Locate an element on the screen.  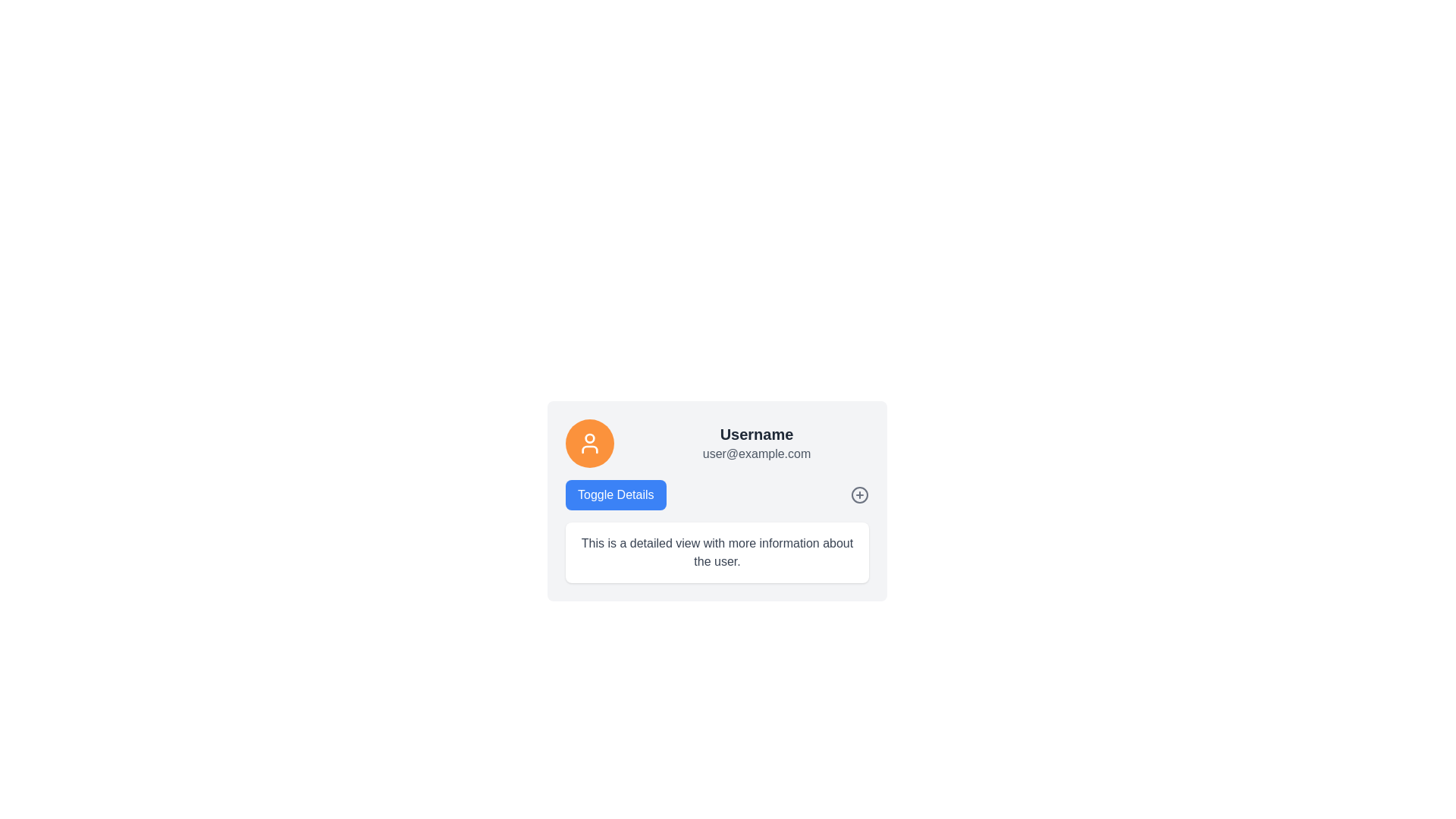
the SVG circular element representing the user profile icon located at the center of the icon in the user profile section is located at coordinates (588, 438).